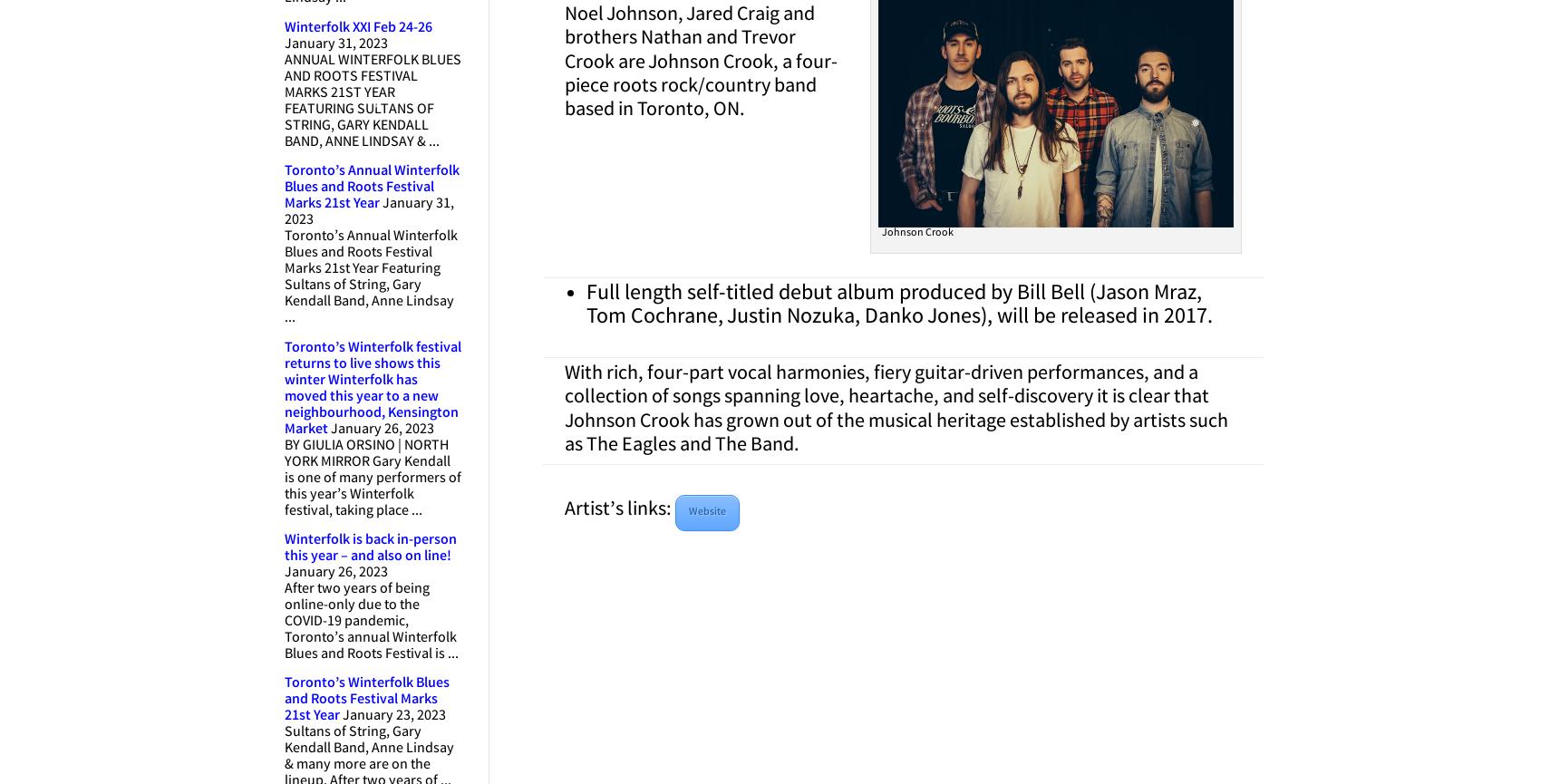 The height and width of the screenshot is (784, 1550). I want to click on 'ANNUAL WINTERFOLK BLUES AND ROOTS FESTIVAL MARKS 21ST YEAR FEATURING SULTANS OF STRING, GARY KENDALL BAND, ANNE LINDSAY & ...', so click(372, 101).